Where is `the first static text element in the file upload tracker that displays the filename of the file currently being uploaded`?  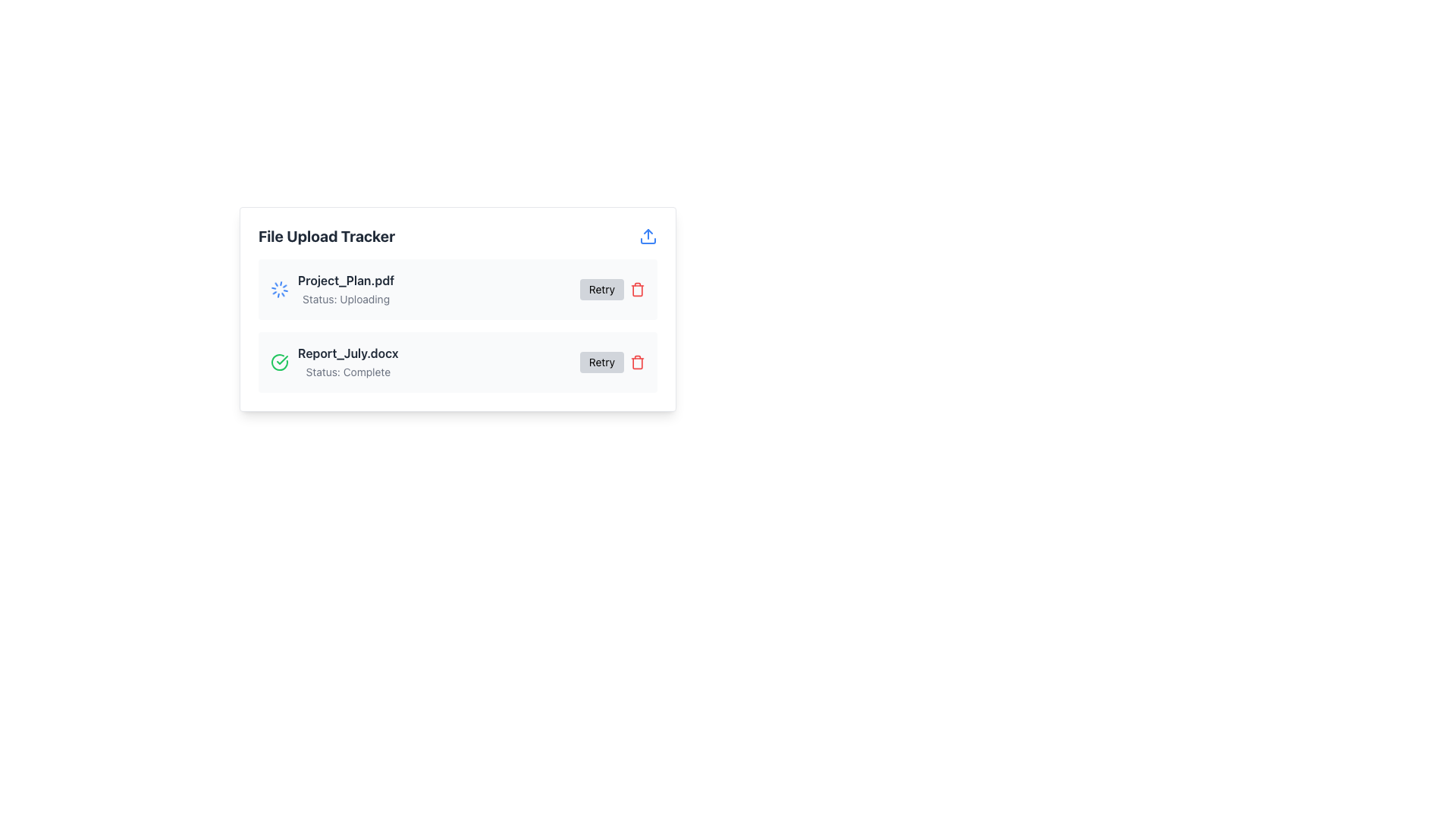
the first static text element in the file upload tracker that displays the filename of the file currently being uploaded is located at coordinates (345, 281).